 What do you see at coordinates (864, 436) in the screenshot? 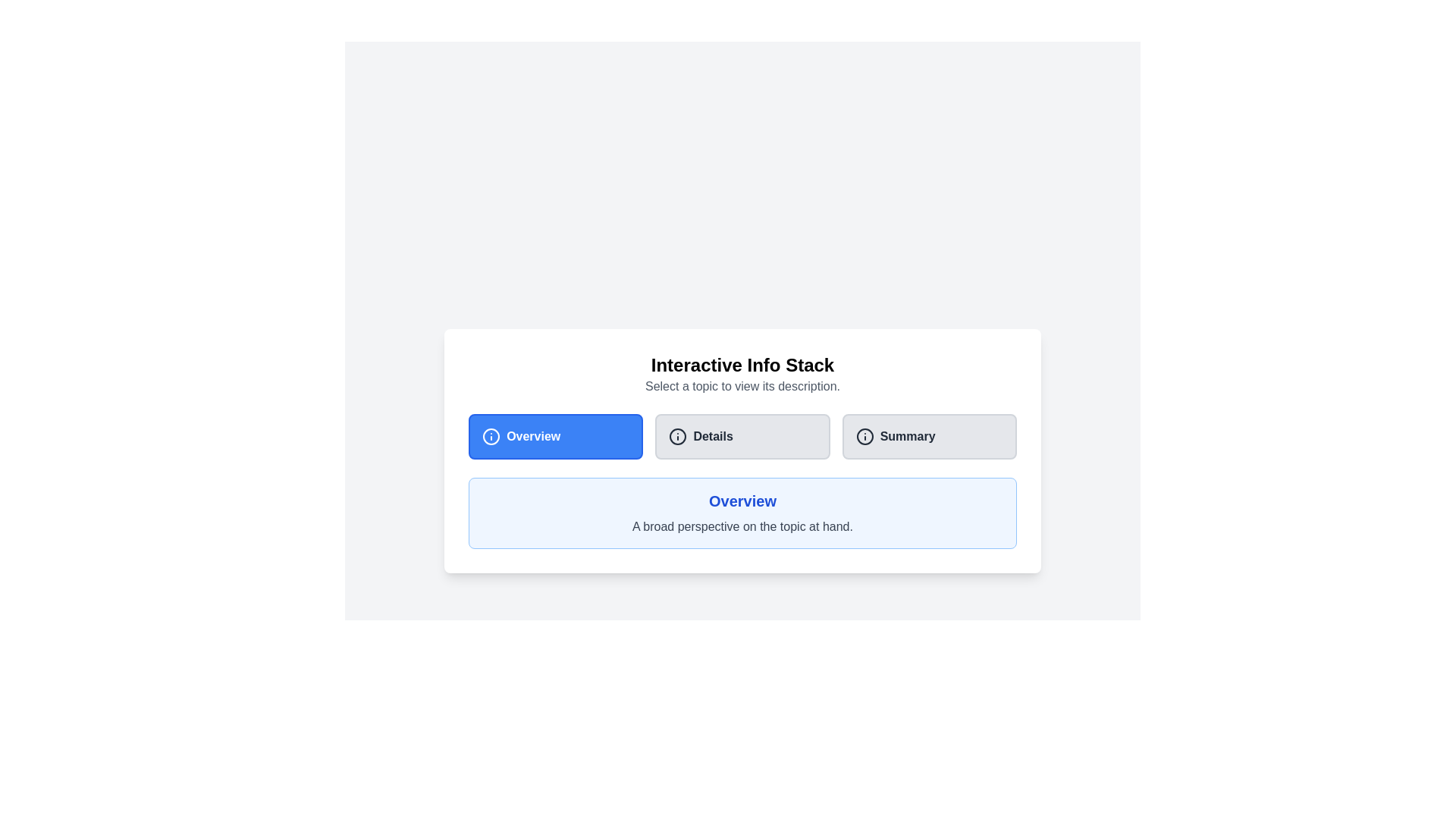
I see `the circular icon with a thin border located inside the 'Summary' tab, which is positioned next to the label 'Summary'` at bounding box center [864, 436].